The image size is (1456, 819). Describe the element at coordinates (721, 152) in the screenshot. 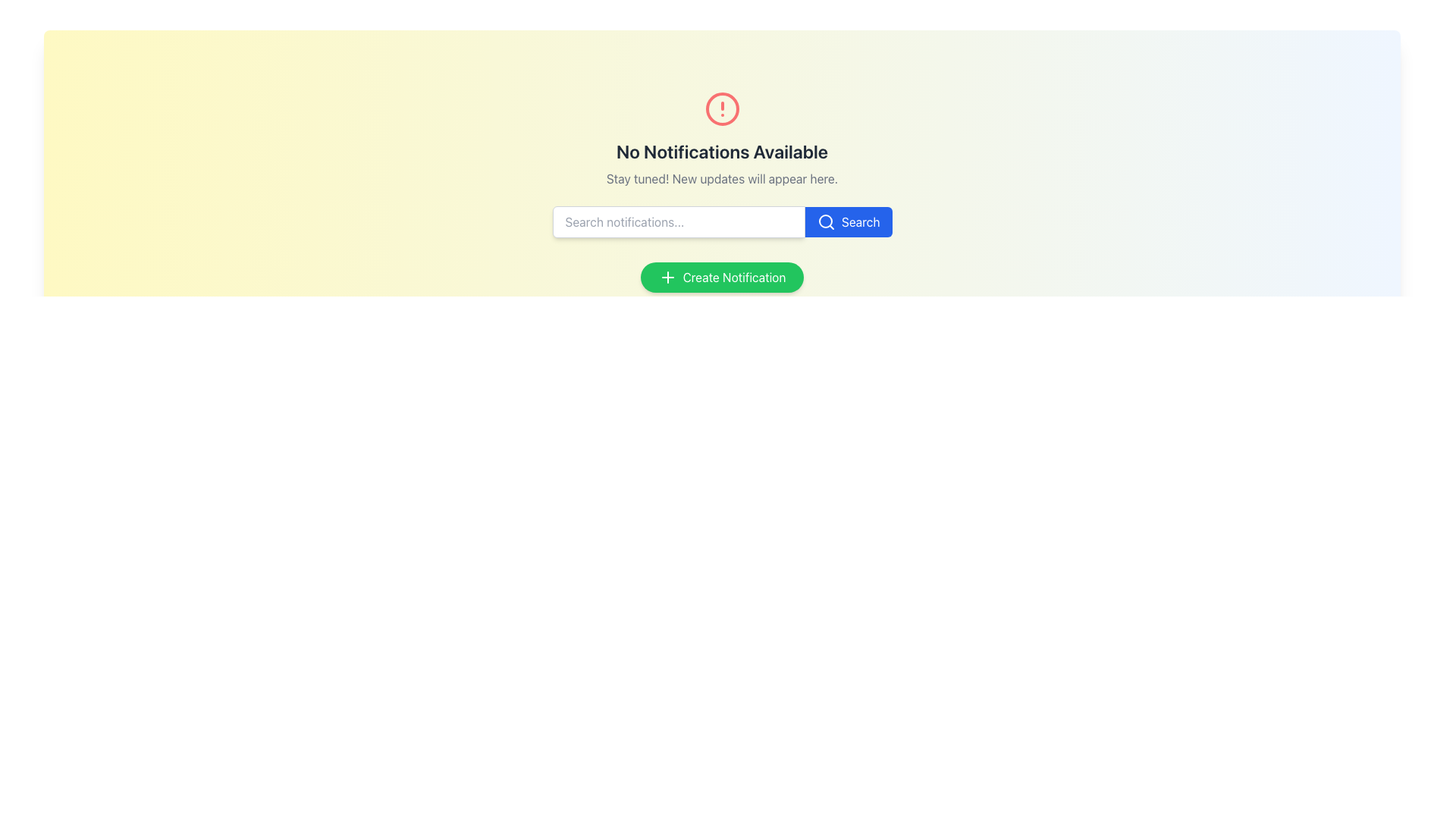

I see `the static text label element that reads 'No Notifications Available', which is a large, bold, dark gray text centered above a smaller, lighter gray text` at that location.